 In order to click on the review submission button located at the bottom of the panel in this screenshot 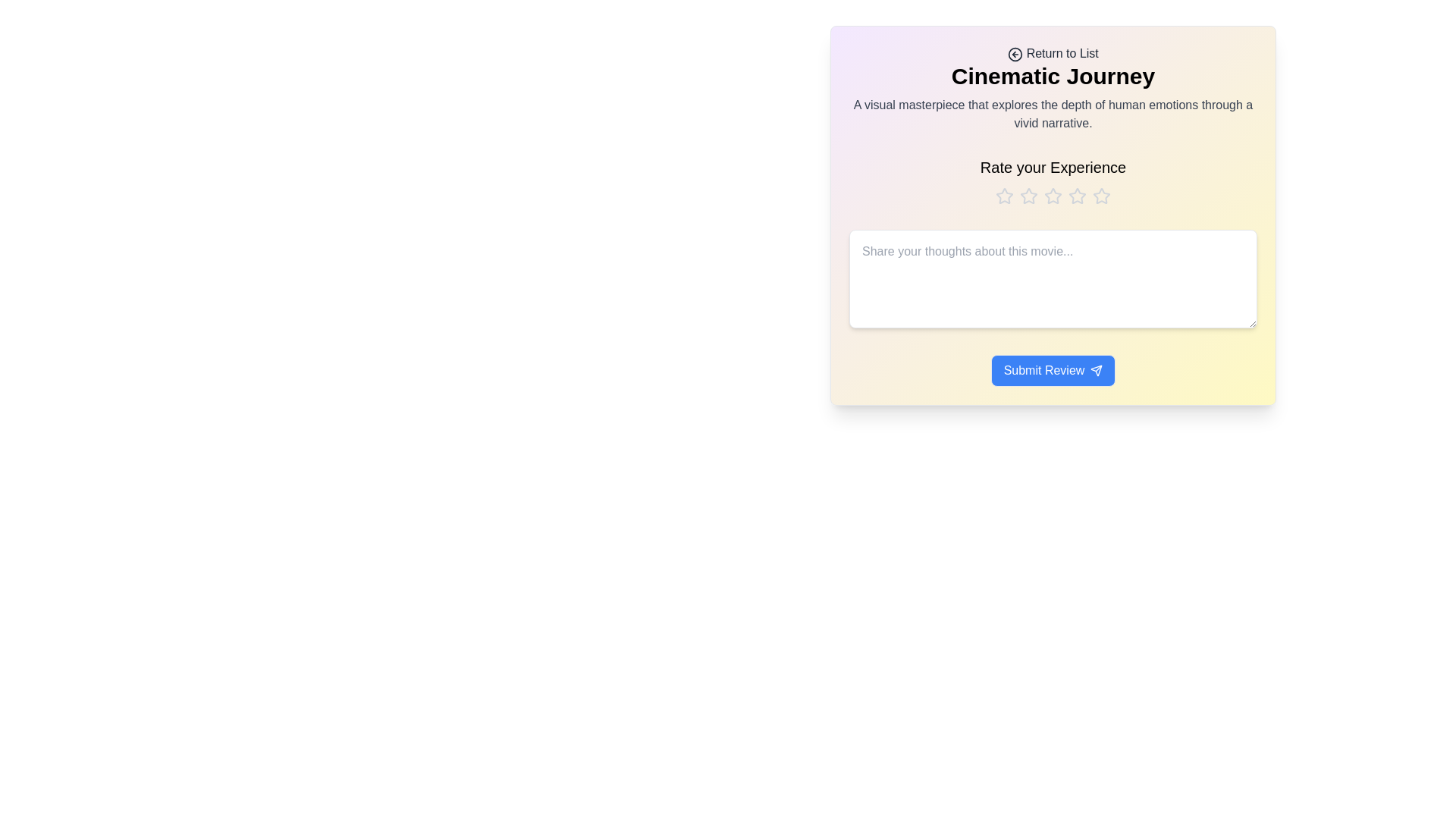, I will do `click(1052, 366)`.